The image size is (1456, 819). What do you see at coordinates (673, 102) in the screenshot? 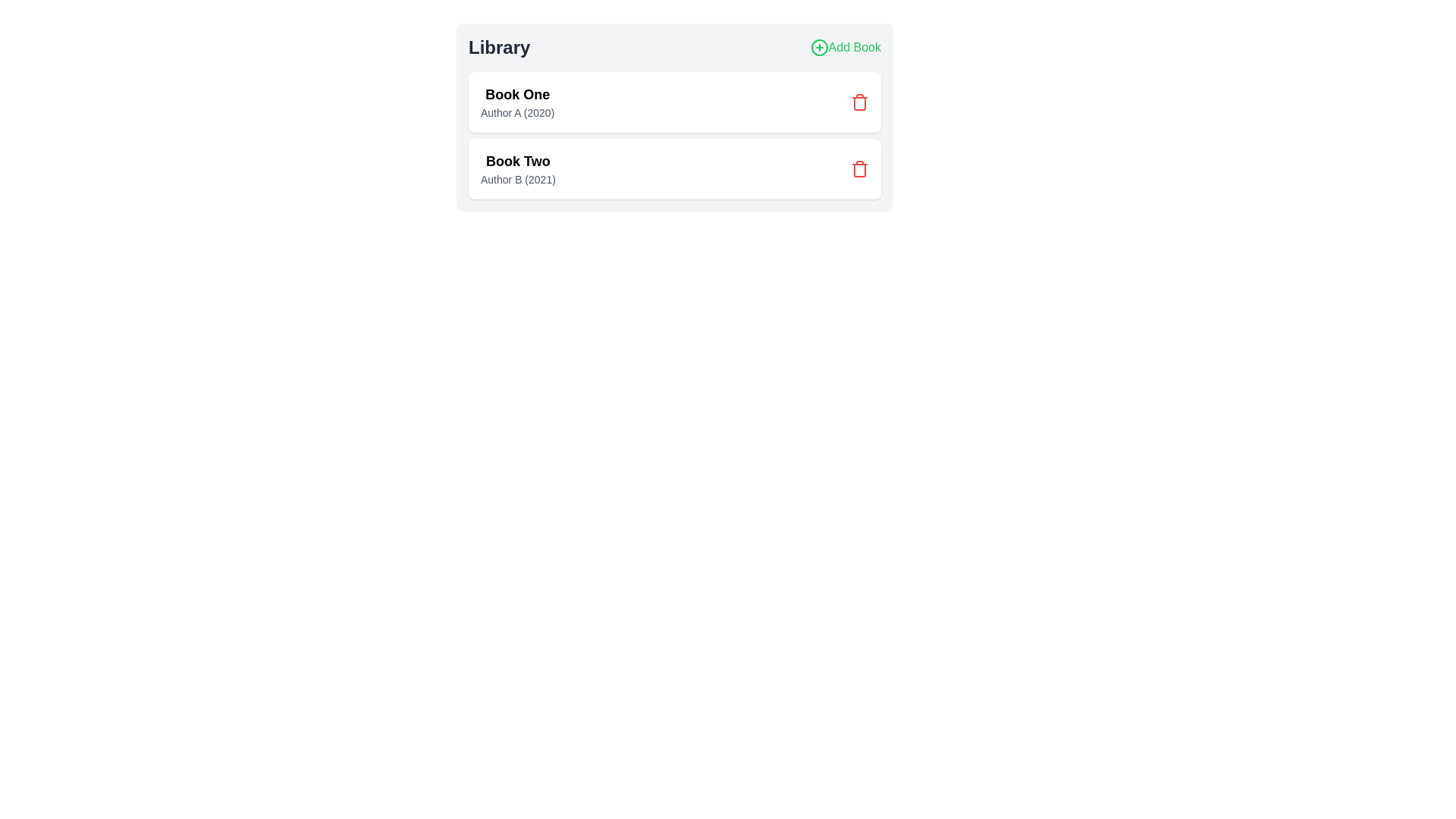
I see `the first book entry card in the Library section, which displays the book's title, author, and year` at bounding box center [673, 102].